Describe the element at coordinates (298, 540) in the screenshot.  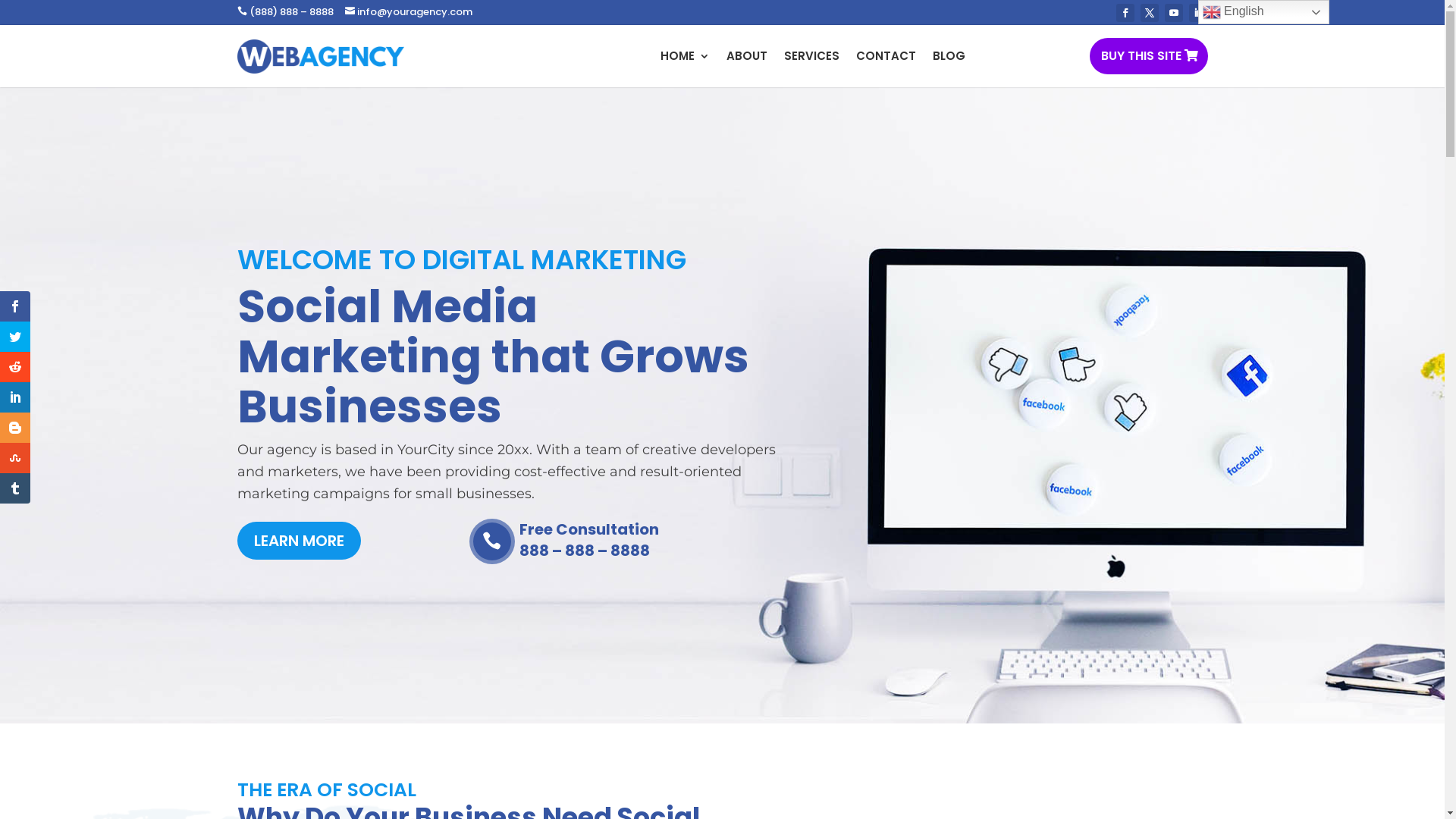
I see `'LEARN MORE'` at that location.